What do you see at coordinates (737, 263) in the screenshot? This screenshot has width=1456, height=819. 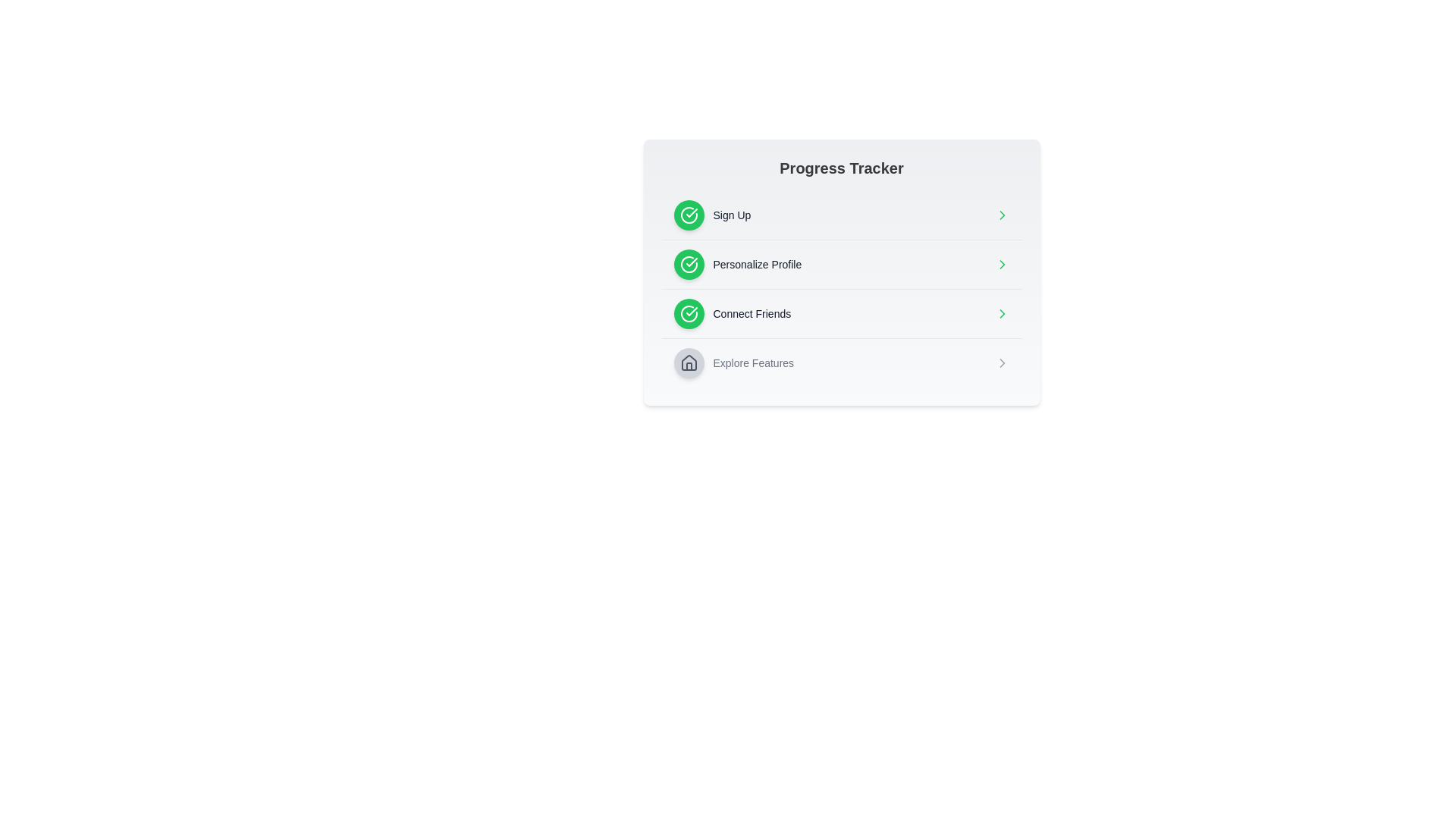 I see `the 'Personalize Profile' option in the Progress Tracker list, which features a green check mark icon and black text, positioned between 'Sign Up' and 'Connect Friends'` at bounding box center [737, 263].